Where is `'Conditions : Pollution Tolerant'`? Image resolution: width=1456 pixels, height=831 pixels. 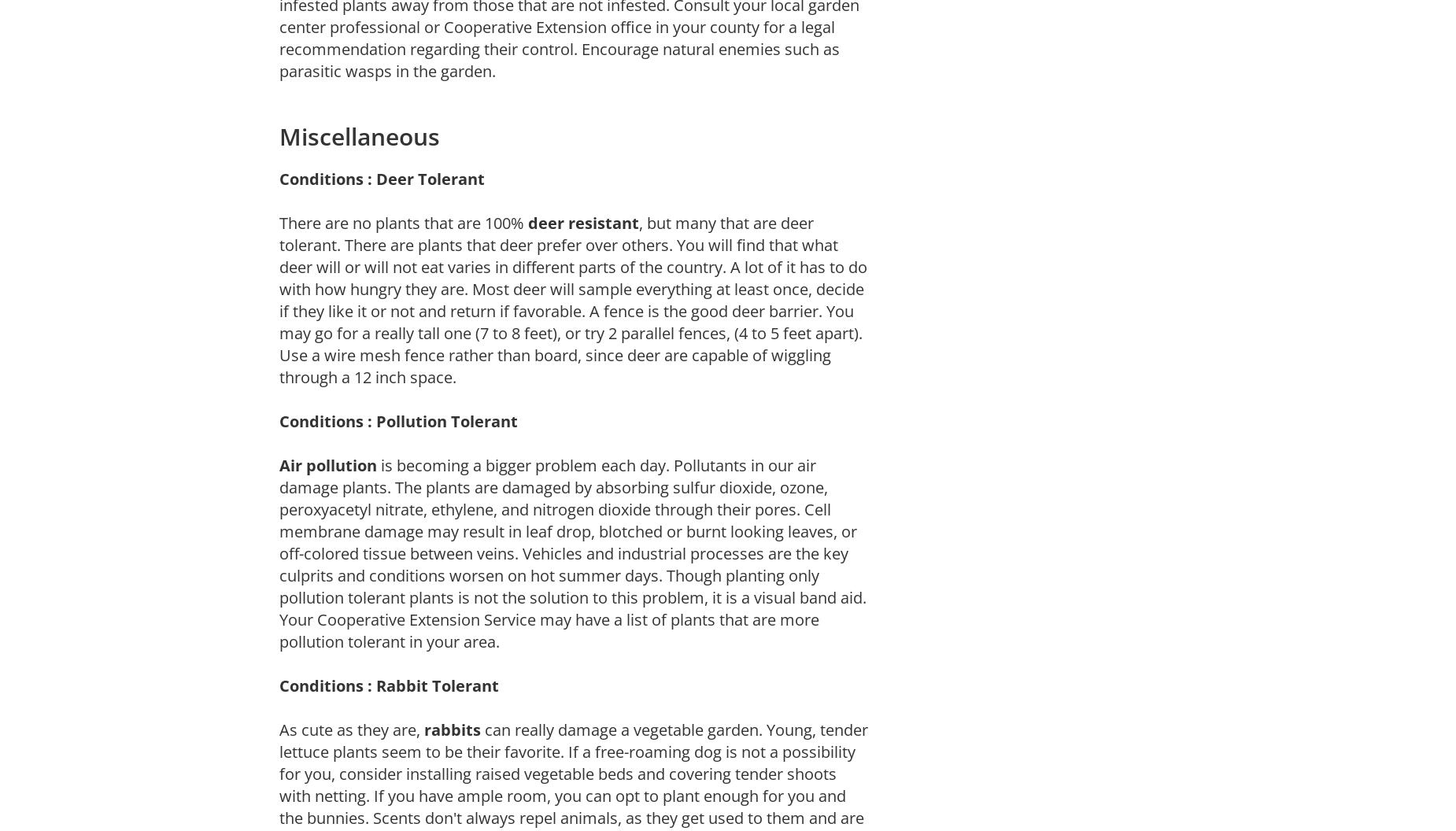
'Conditions : Pollution Tolerant' is located at coordinates (279, 420).